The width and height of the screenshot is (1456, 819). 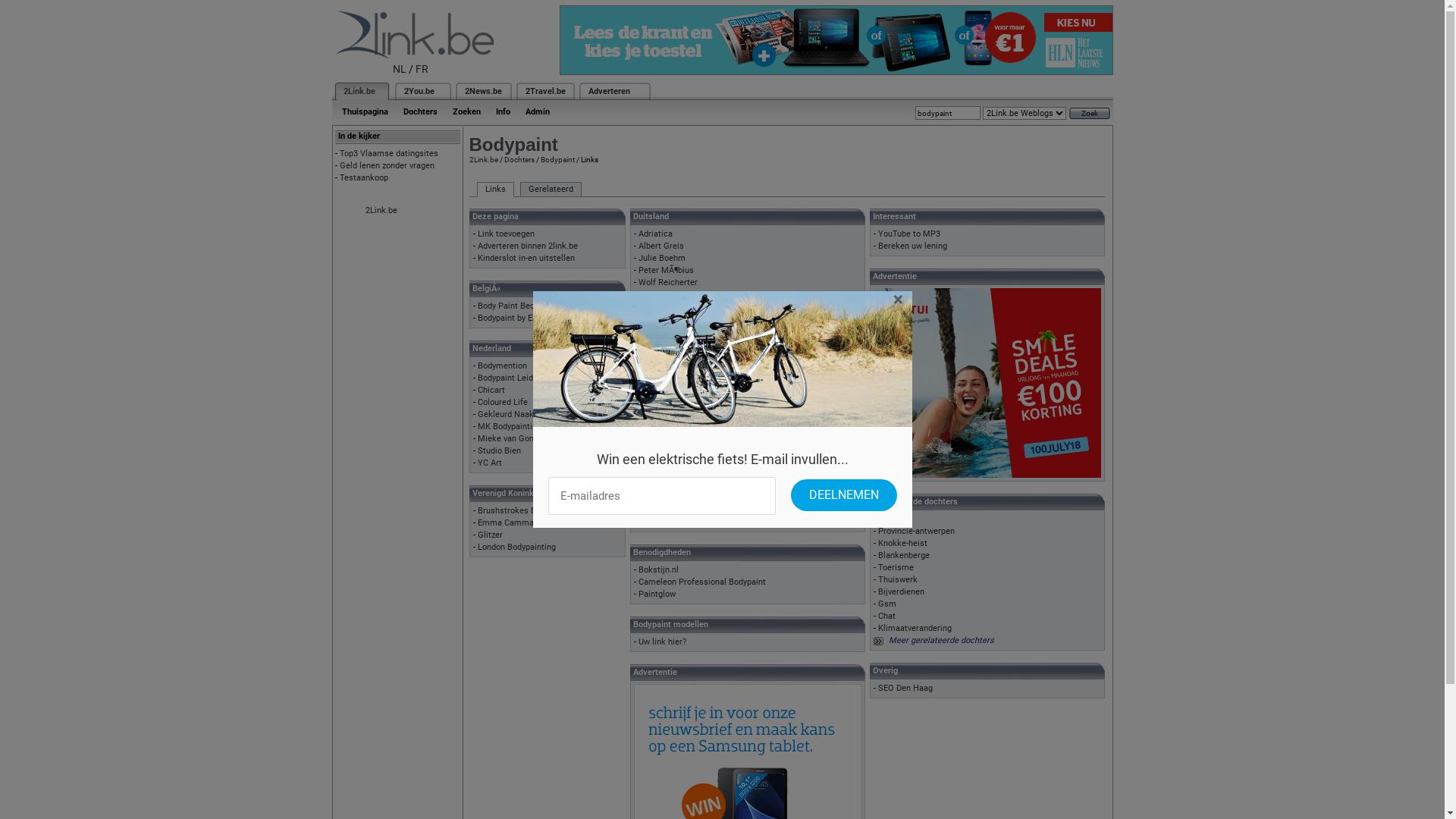 What do you see at coordinates (526, 257) in the screenshot?
I see `'Kinderslot in-en uitstellen'` at bounding box center [526, 257].